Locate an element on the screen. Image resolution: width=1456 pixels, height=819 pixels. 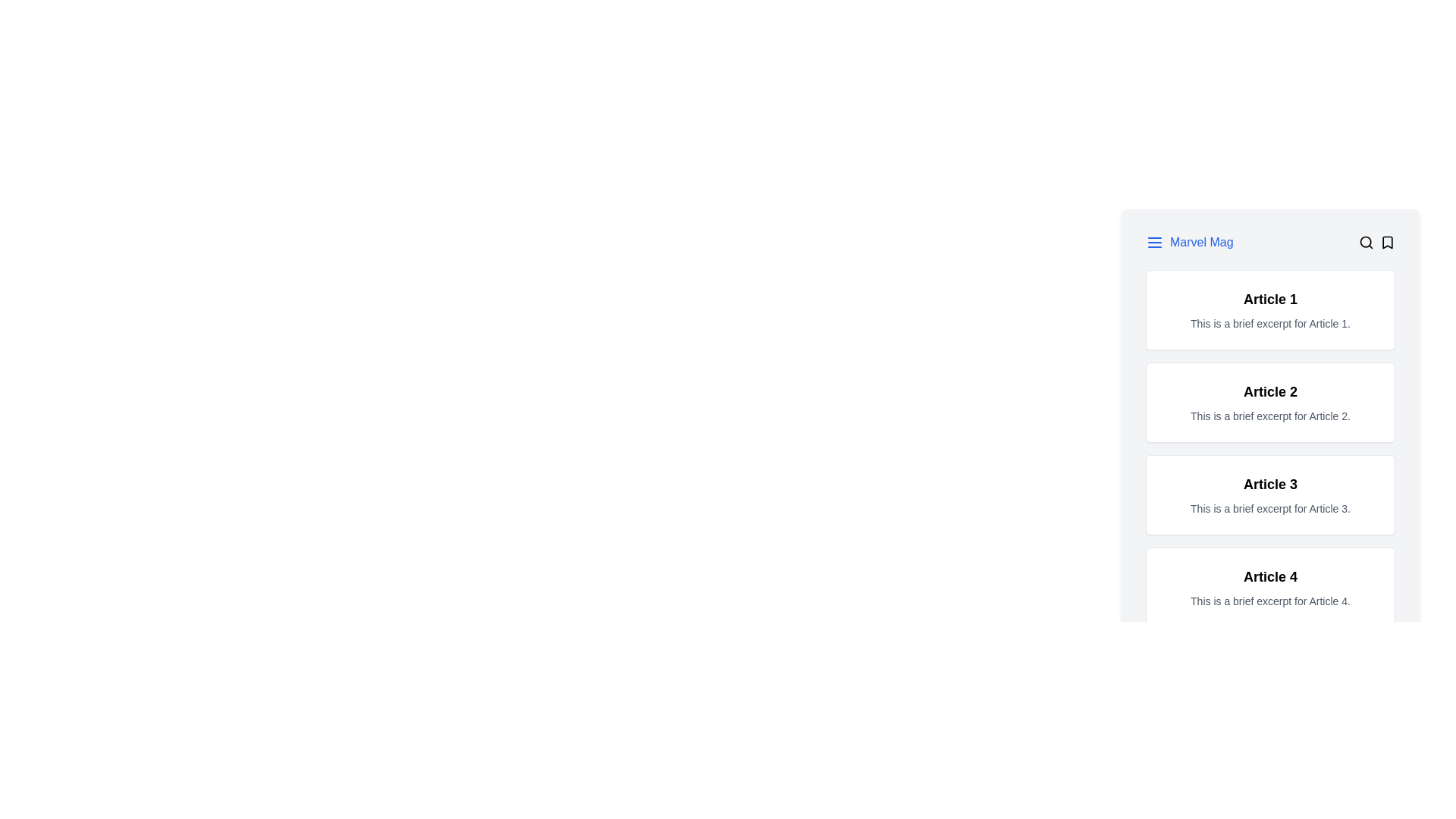
the text snippet that reads 'This is a brief excerpt for Article 1.' which appears in small, gray-colored font below the title text in the first card titled 'Article 1' is located at coordinates (1270, 323).